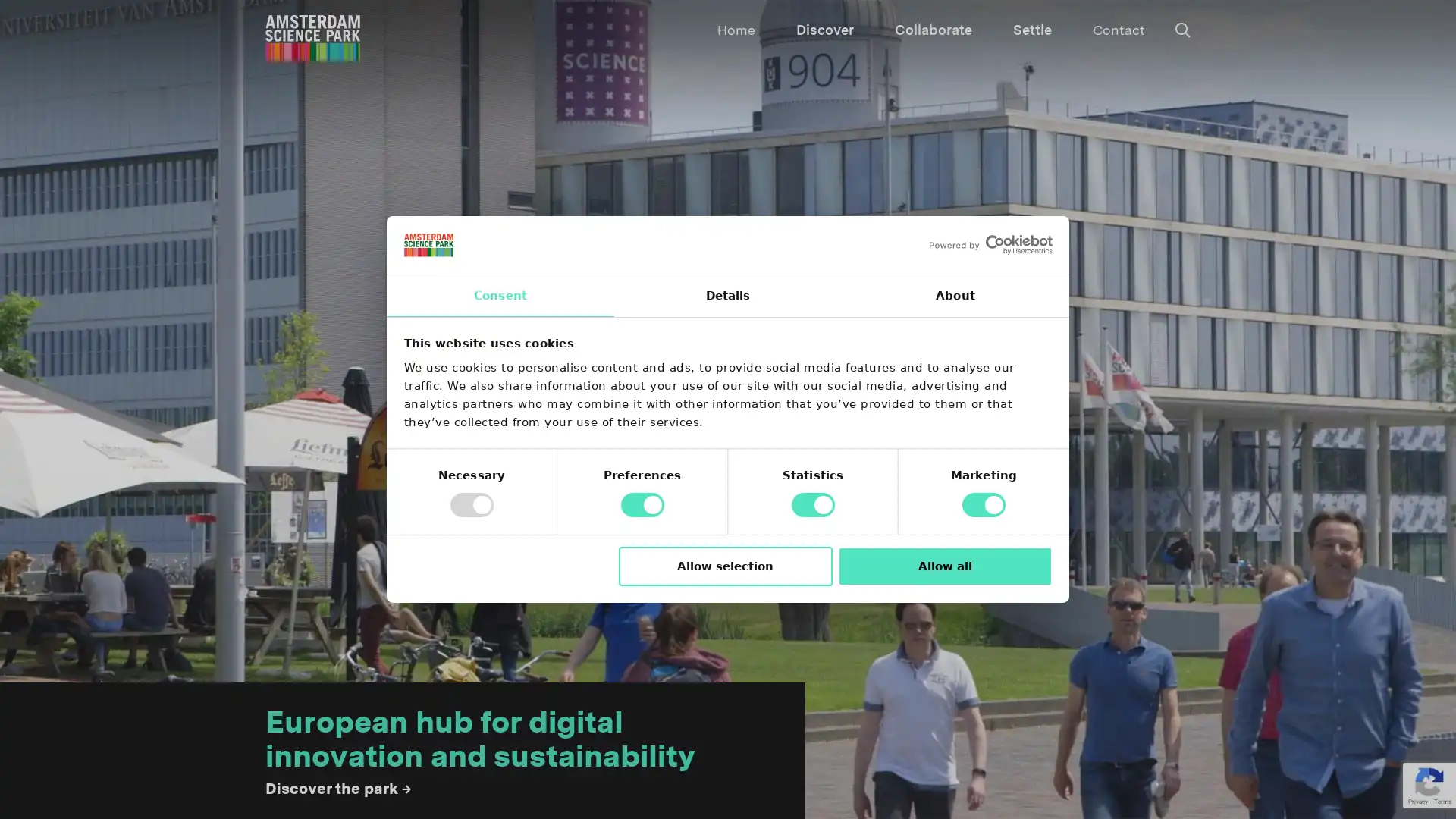 The width and height of the screenshot is (1456, 819). What do you see at coordinates (711, 27) in the screenshot?
I see `SEARCH` at bounding box center [711, 27].